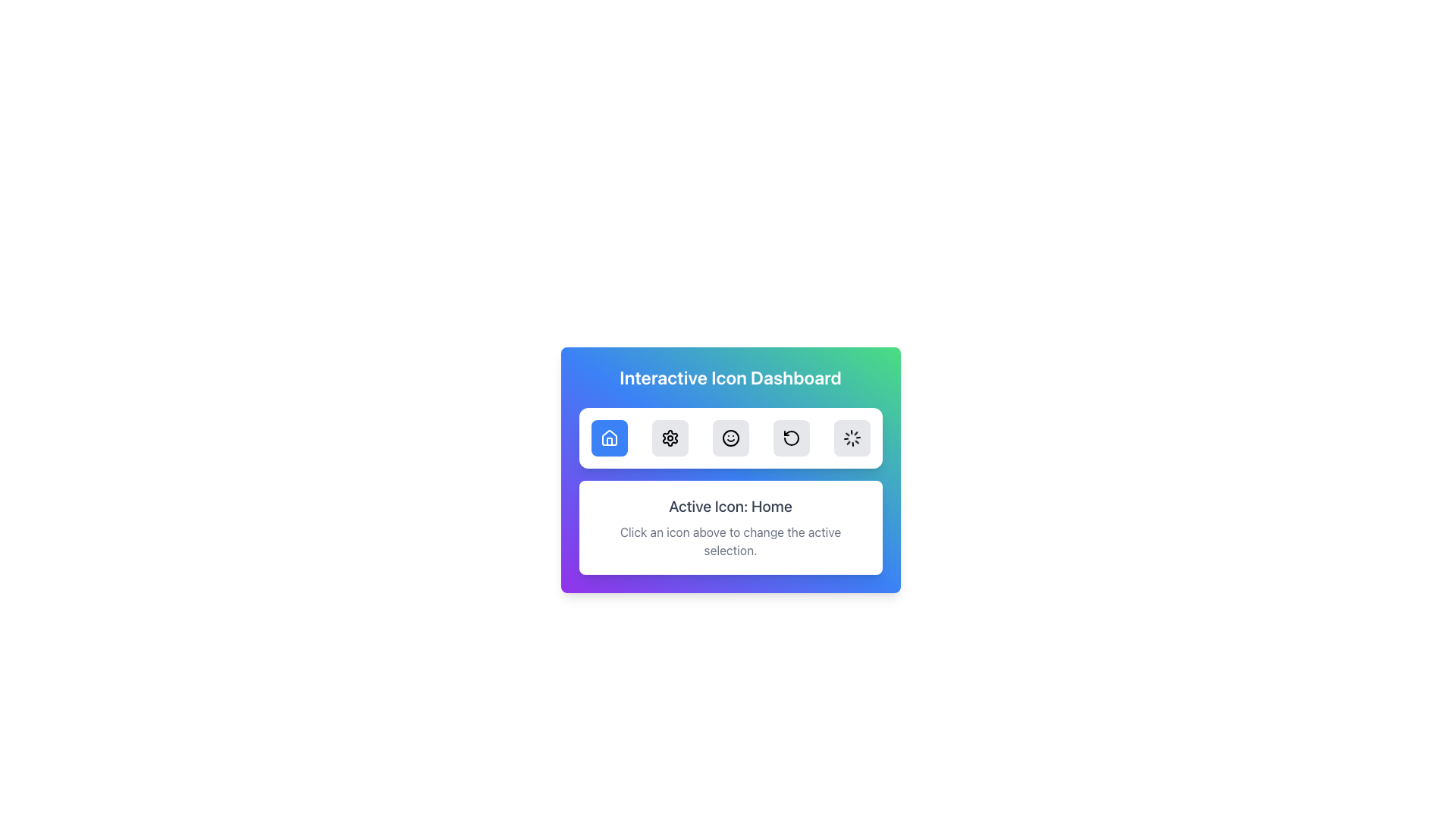  I want to click on the main body of the house icon located at the leftmost position within a row of five icons in the dashboard, so click(609, 438).